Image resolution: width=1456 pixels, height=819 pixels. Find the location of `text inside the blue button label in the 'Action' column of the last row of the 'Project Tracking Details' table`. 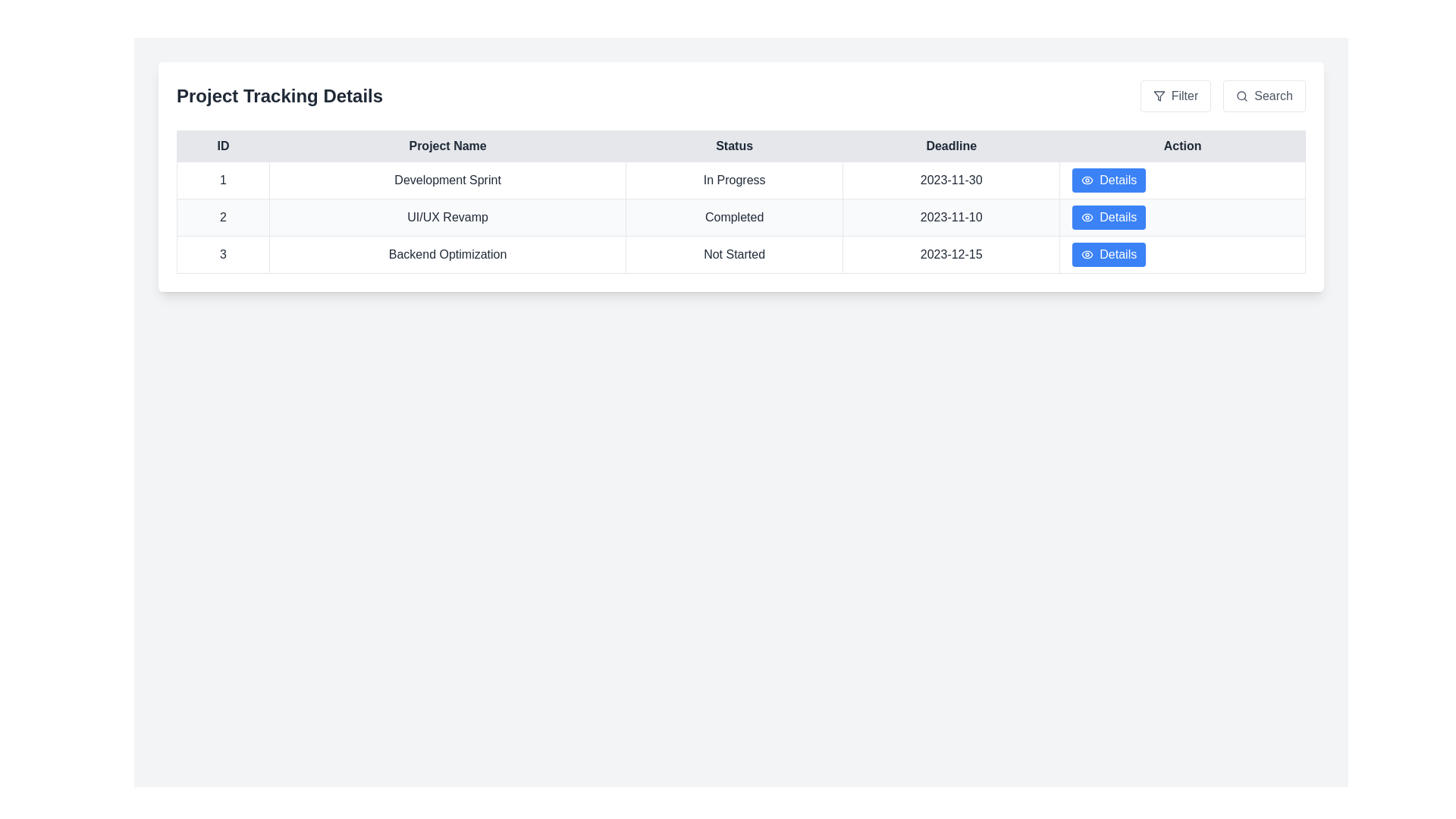

text inside the blue button label in the 'Action' column of the last row of the 'Project Tracking Details' table is located at coordinates (1118, 253).